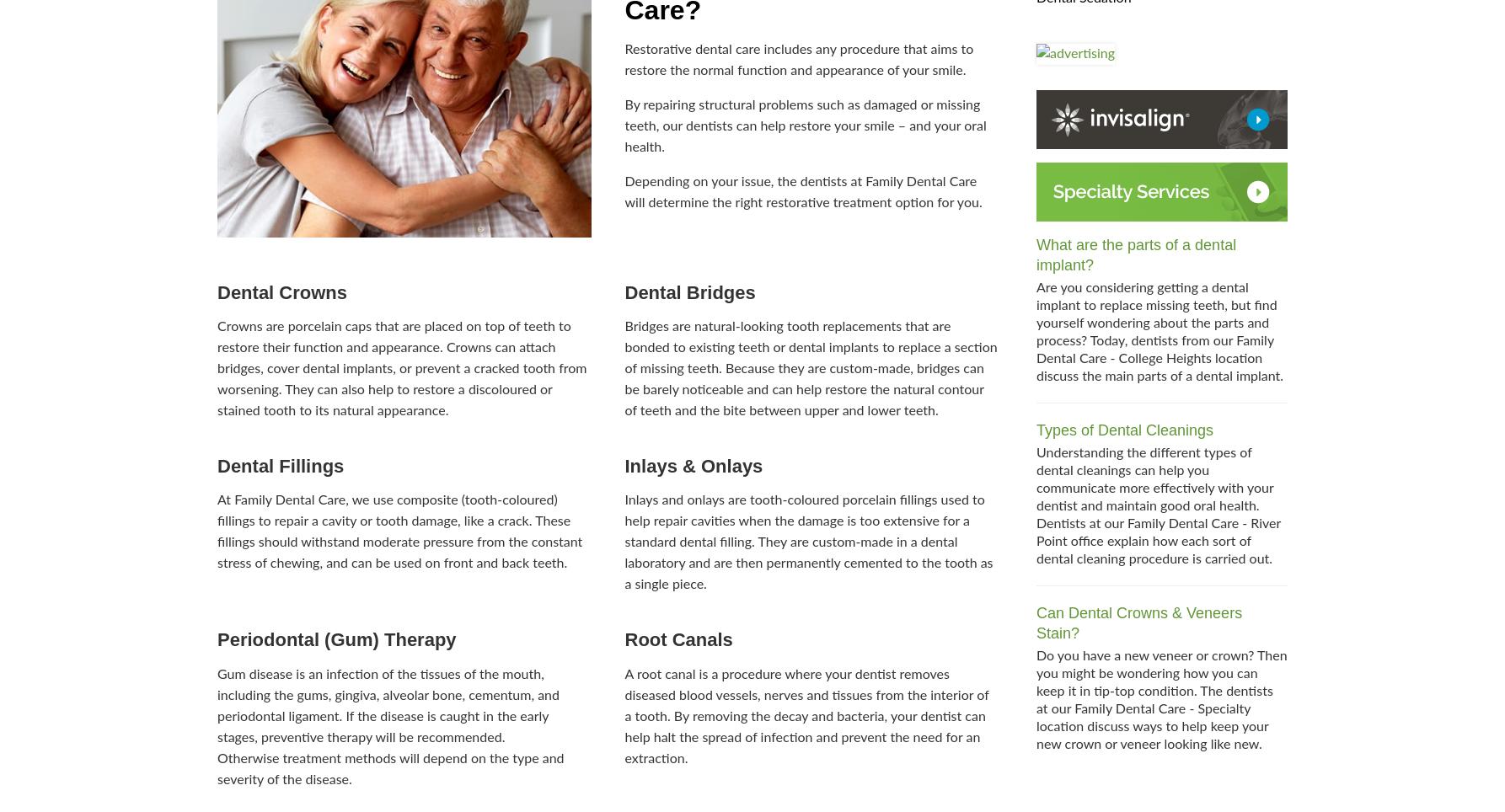 This screenshot has width=1505, height=812. What do you see at coordinates (799, 59) in the screenshot?
I see `'Restorative dental care includes any procedure that aims to restore the normal function and appearance of your smile.'` at bounding box center [799, 59].